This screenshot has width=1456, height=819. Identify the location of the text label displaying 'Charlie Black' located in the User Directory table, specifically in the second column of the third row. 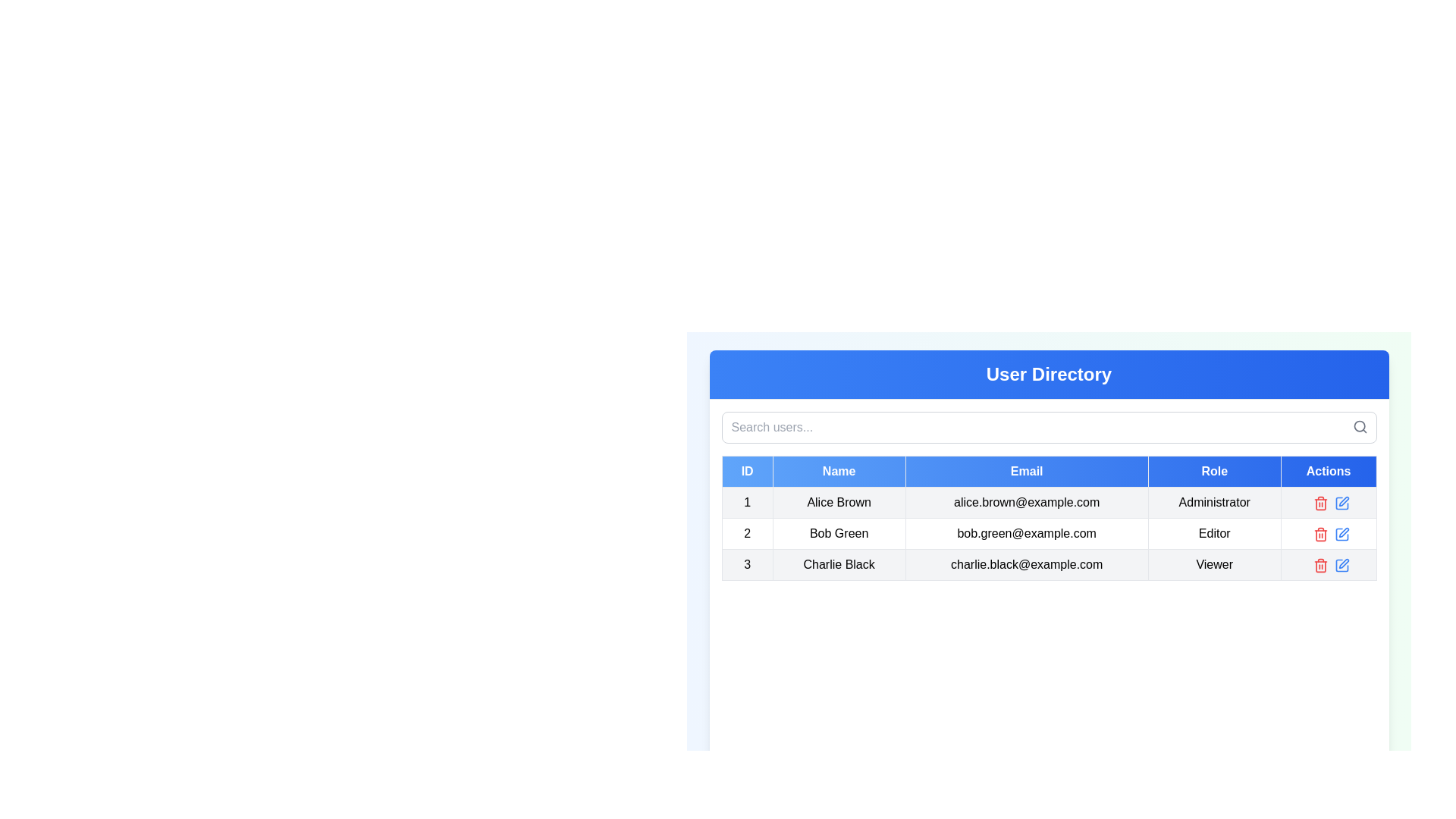
(838, 564).